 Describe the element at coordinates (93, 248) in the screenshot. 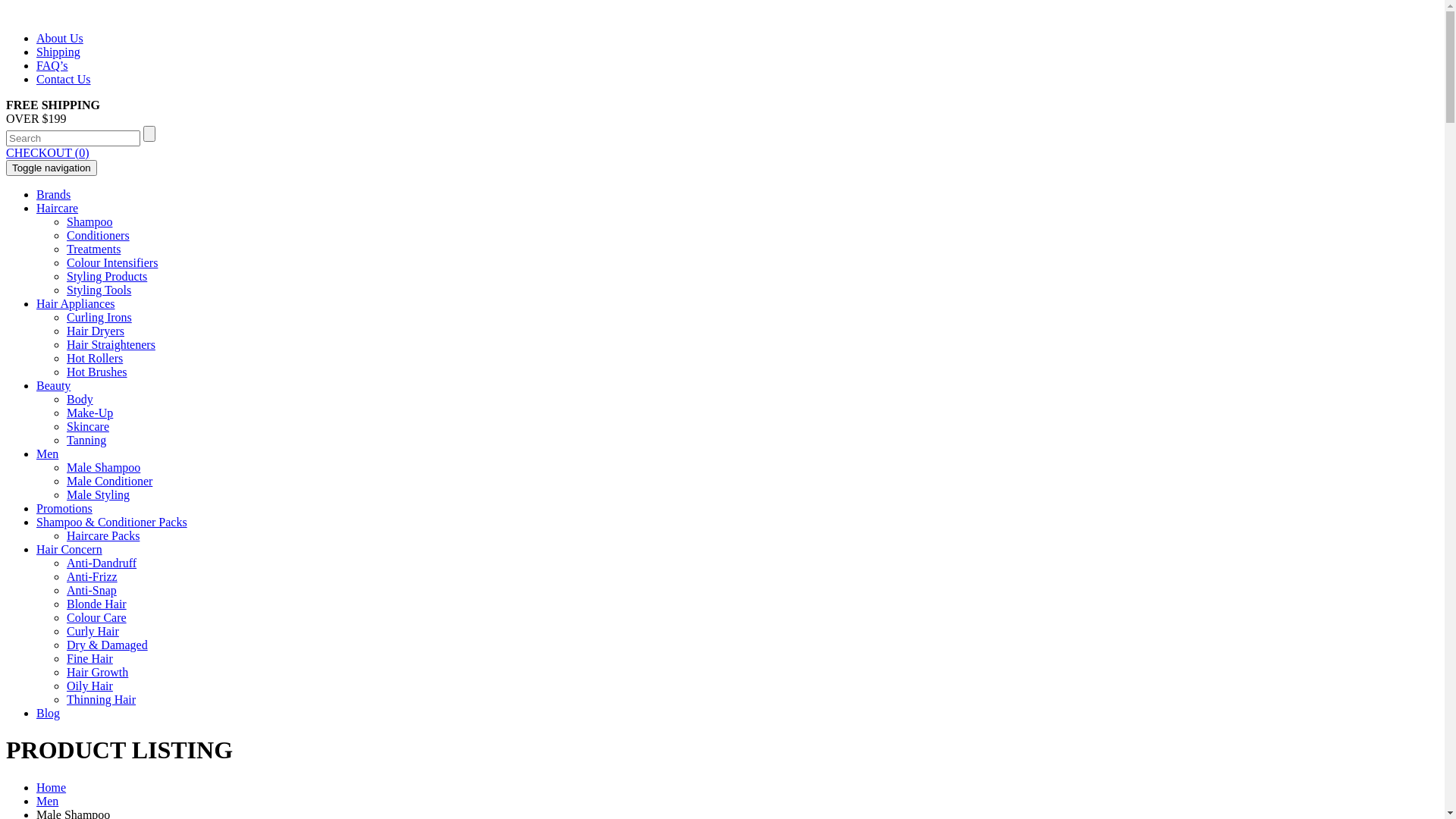

I see `'Treatments'` at that location.